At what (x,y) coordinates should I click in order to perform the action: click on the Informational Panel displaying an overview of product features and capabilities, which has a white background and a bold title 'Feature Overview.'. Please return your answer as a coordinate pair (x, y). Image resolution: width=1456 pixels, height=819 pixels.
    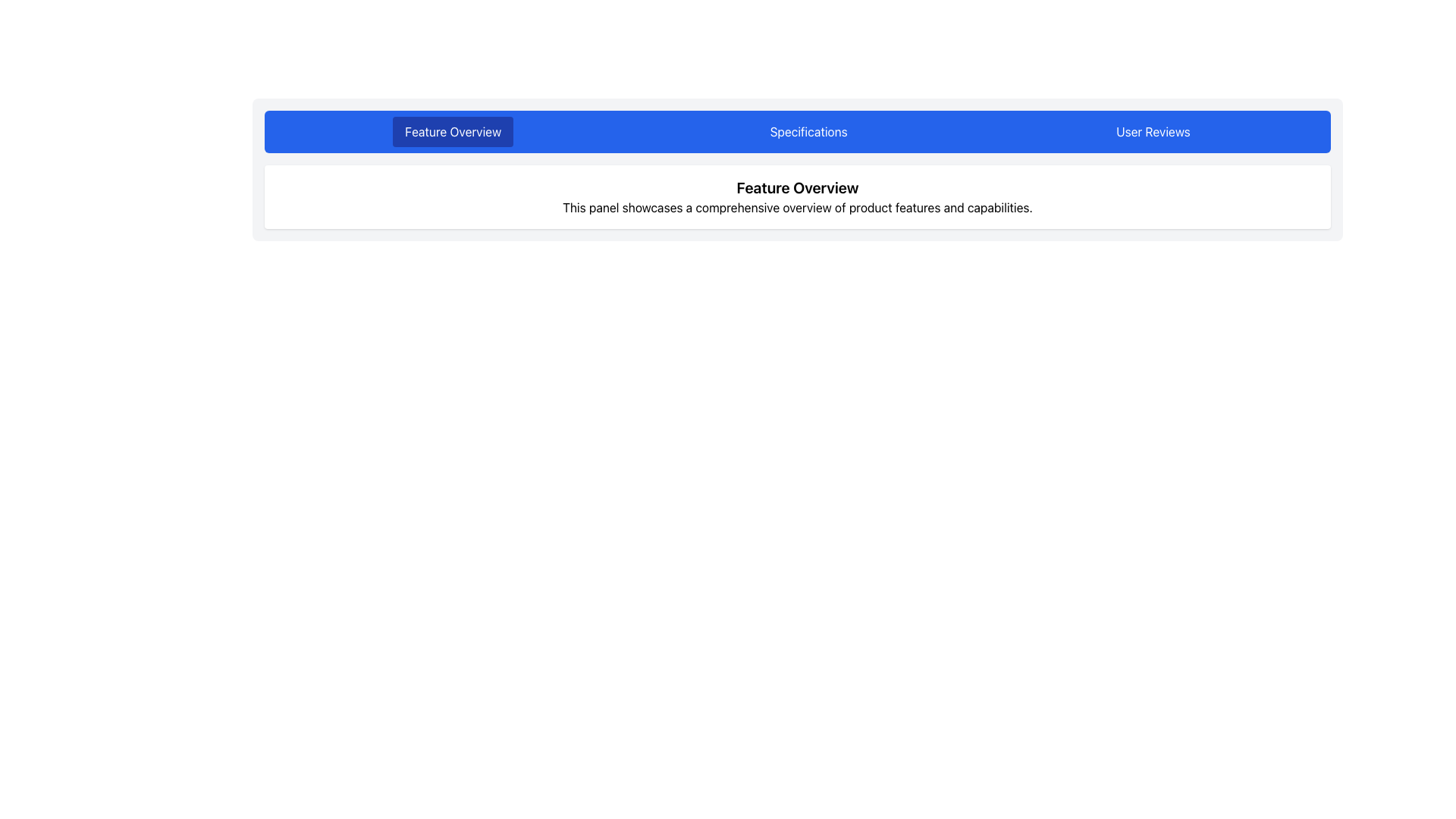
    Looking at the image, I should click on (796, 196).